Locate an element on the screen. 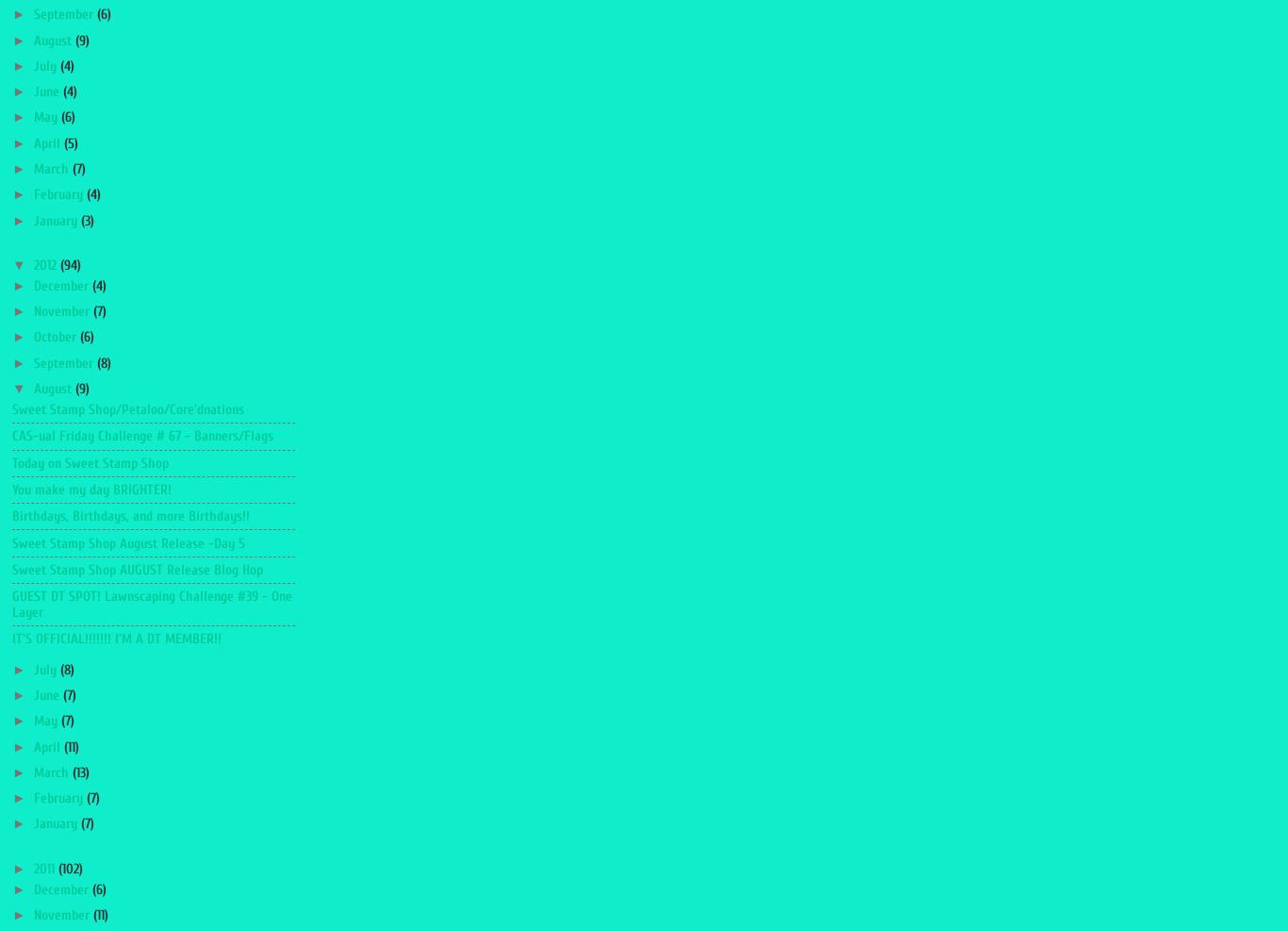 This screenshot has width=1288, height=931. '(94)' is located at coordinates (58, 264).